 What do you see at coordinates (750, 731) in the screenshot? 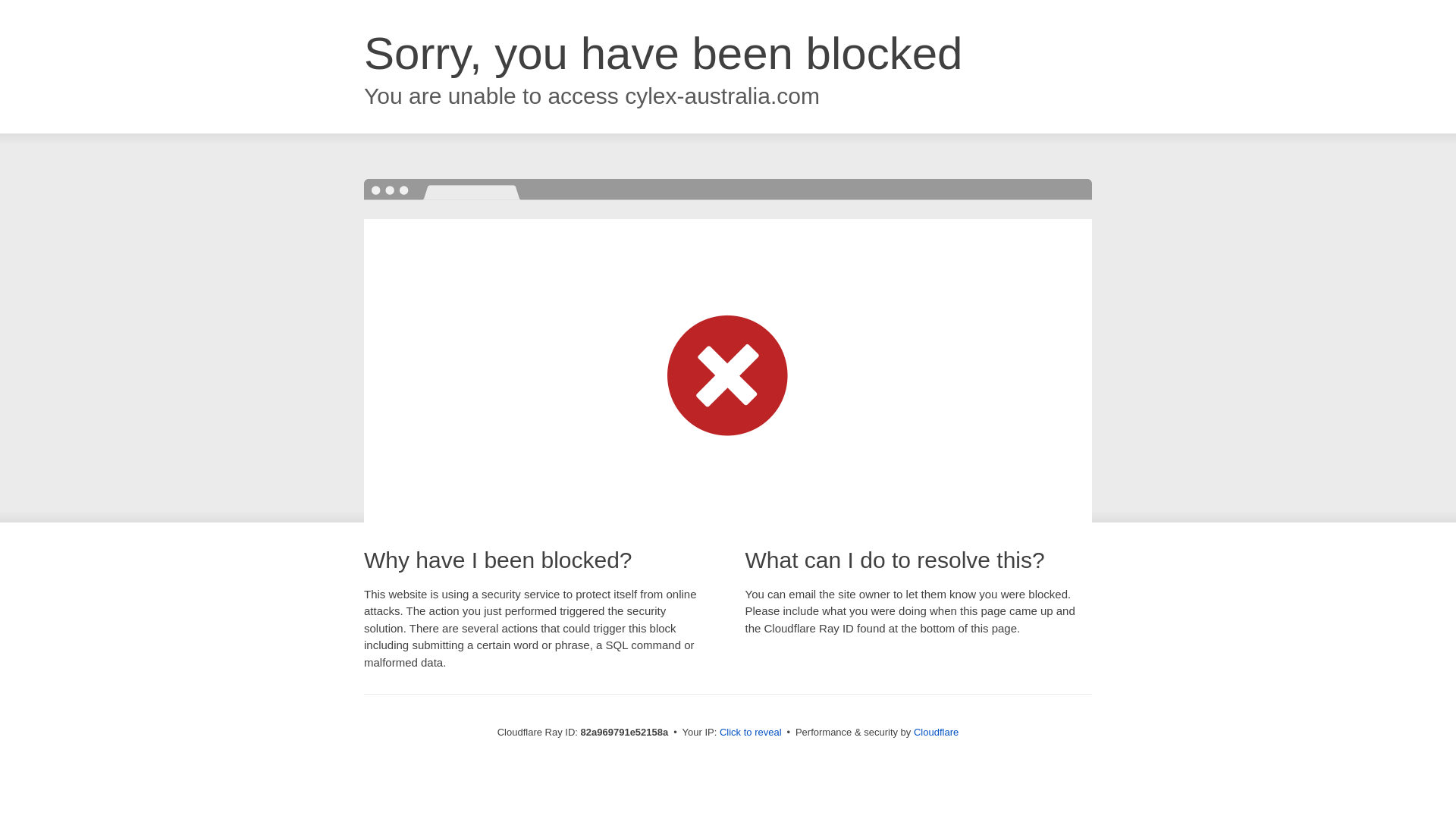
I see `'Click to reveal'` at bounding box center [750, 731].